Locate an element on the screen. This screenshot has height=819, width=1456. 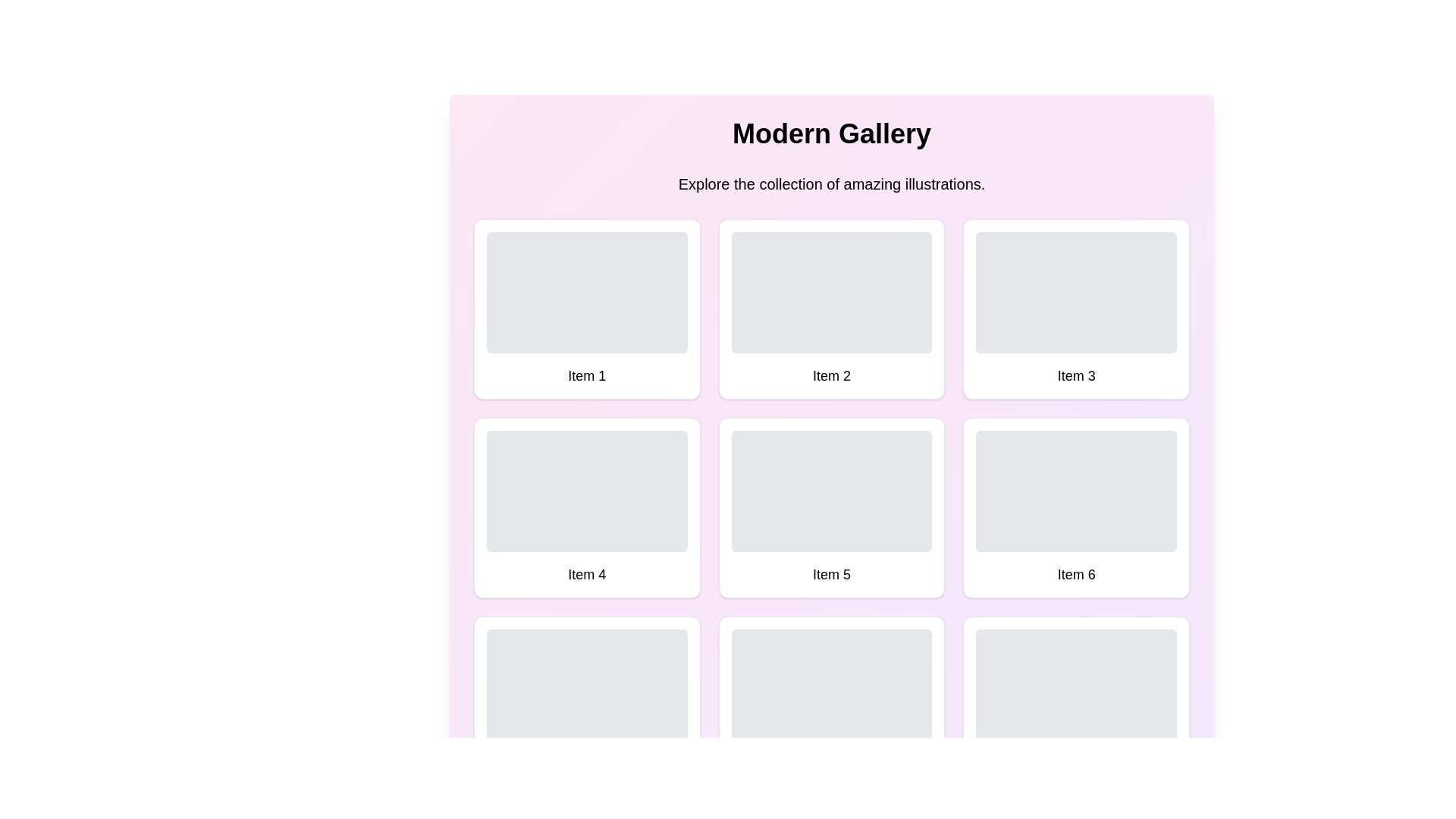
the Placeholder block located in the upper portion of the card labeled 'Item 6', positioned in the bottom-right corner of the 3x2 grid layout is located at coordinates (1075, 491).